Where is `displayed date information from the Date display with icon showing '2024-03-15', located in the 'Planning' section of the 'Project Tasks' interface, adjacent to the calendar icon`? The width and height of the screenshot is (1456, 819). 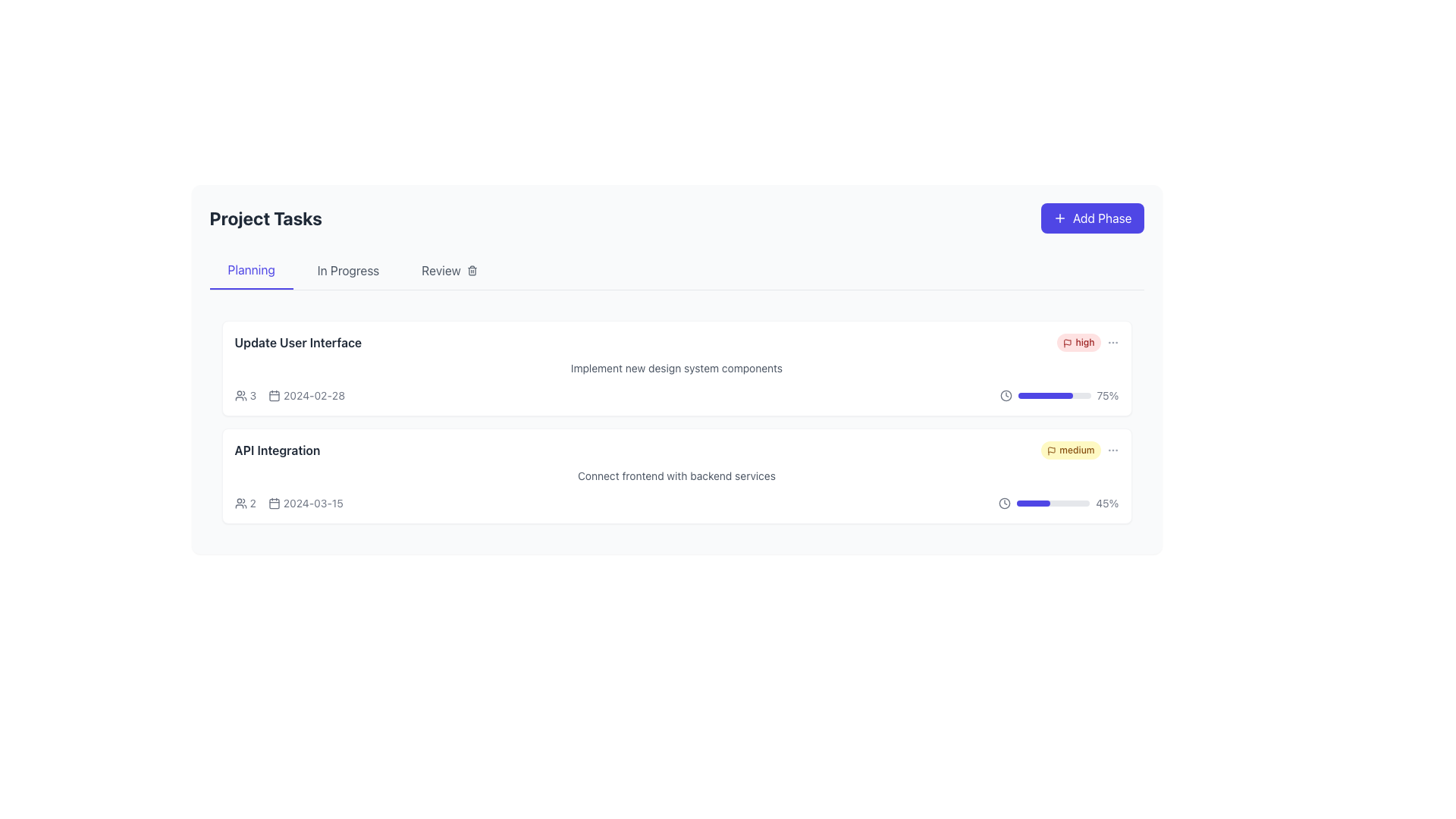 displayed date information from the Date display with icon showing '2024-03-15', located in the 'Planning' section of the 'Project Tasks' interface, adjacent to the calendar icon is located at coordinates (305, 503).